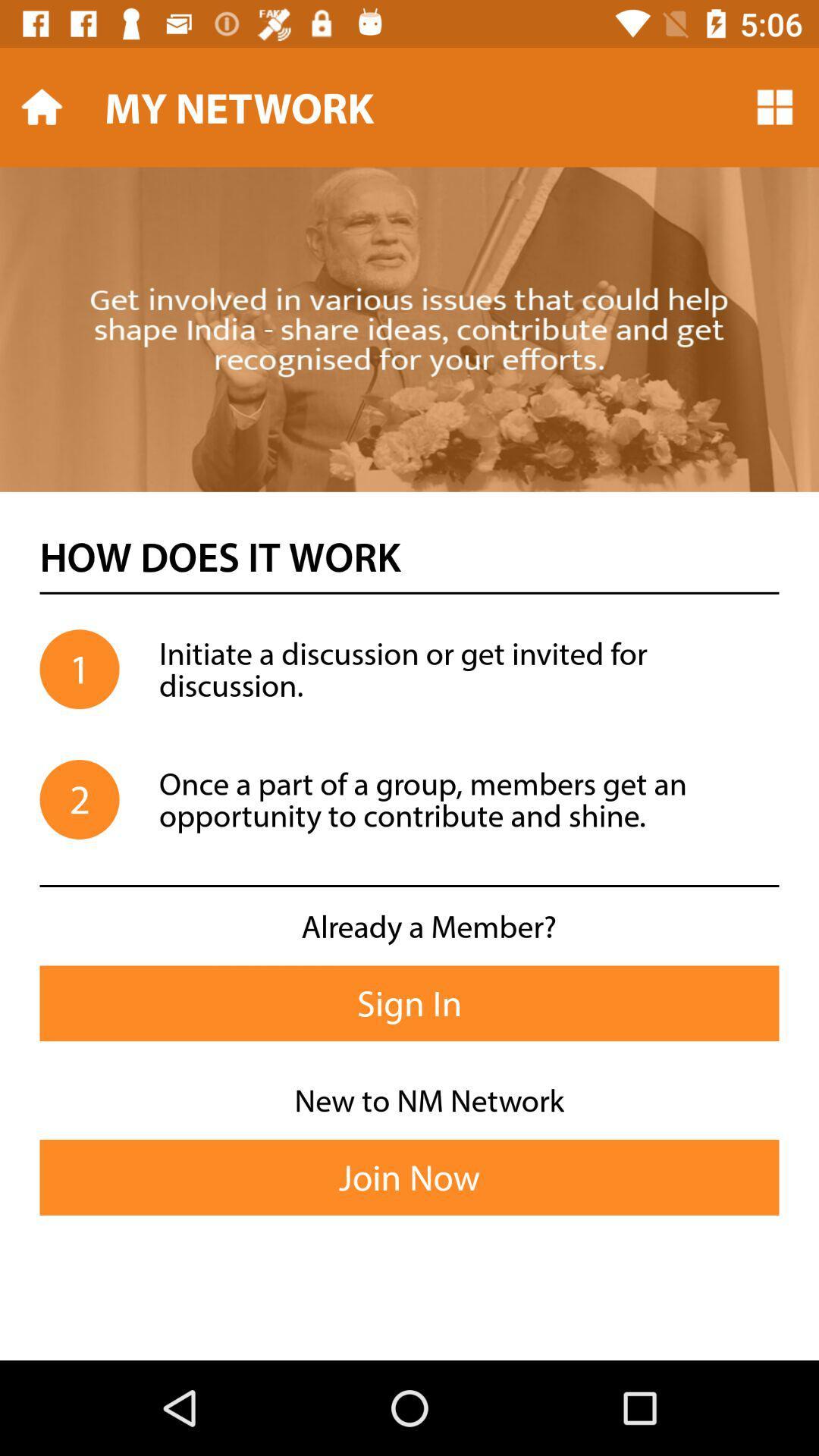 Image resolution: width=819 pixels, height=1456 pixels. Describe the element at coordinates (409, 1003) in the screenshot. I see `the sign in` at that location.